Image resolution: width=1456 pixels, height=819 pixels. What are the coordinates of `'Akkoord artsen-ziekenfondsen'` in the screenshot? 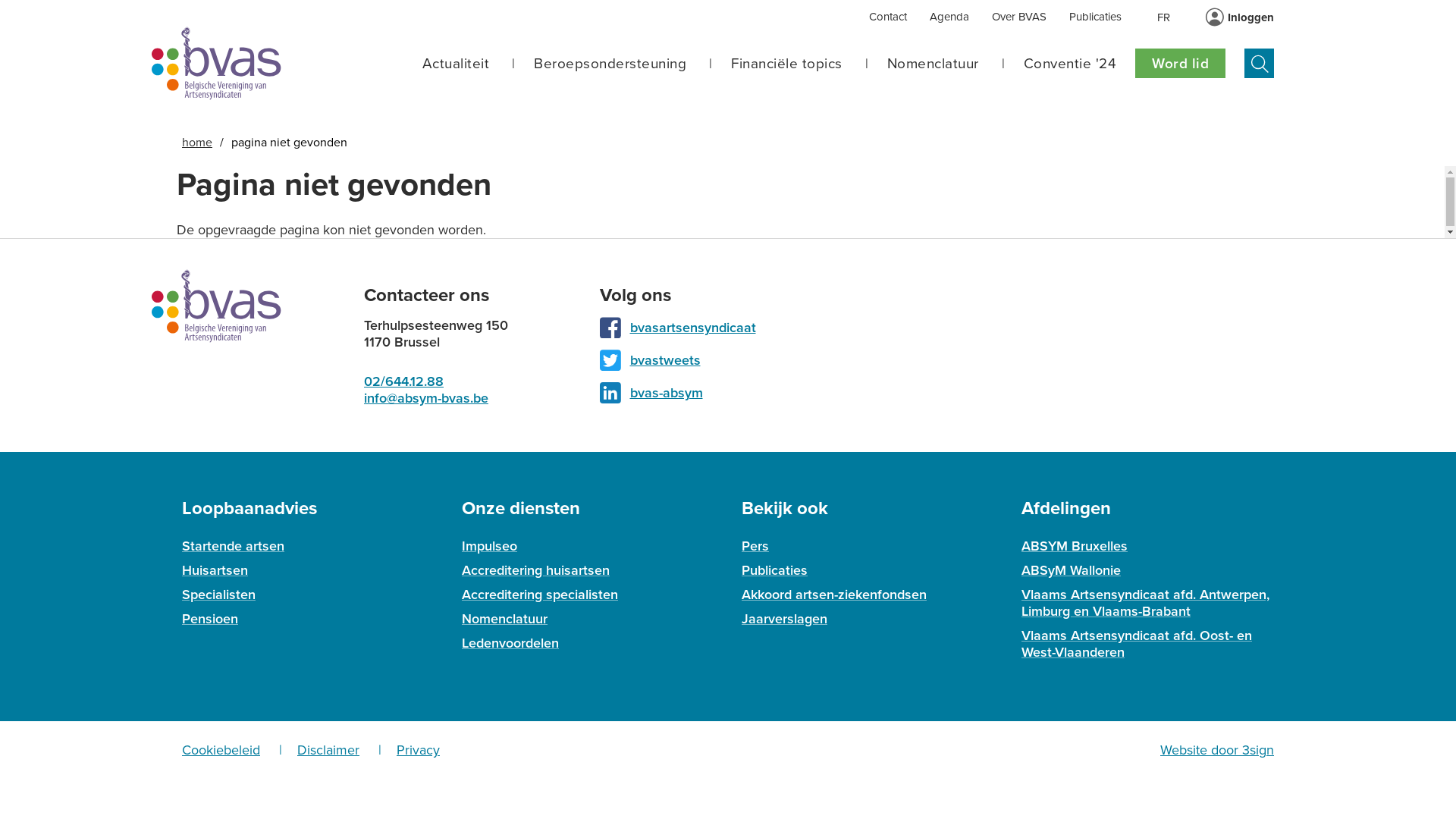 It's located at (833, 593).